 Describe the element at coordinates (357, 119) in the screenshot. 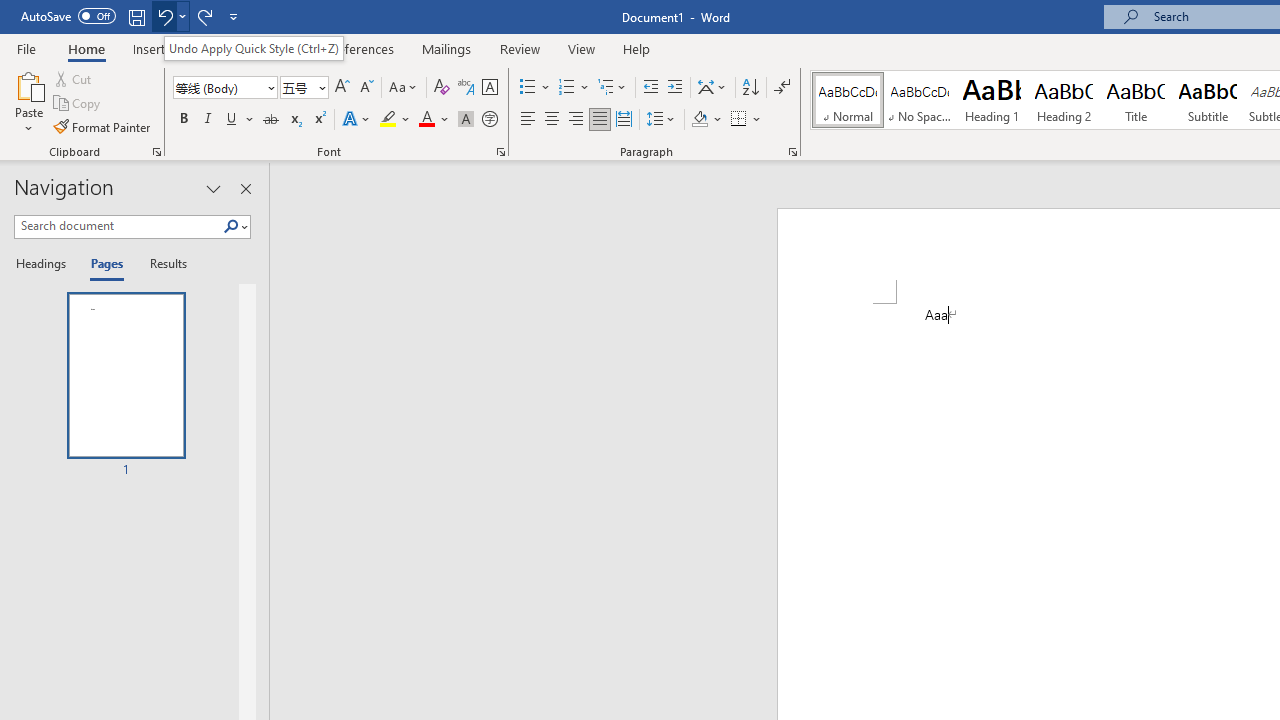

I see `'Text Effects and Typography'` at that location.